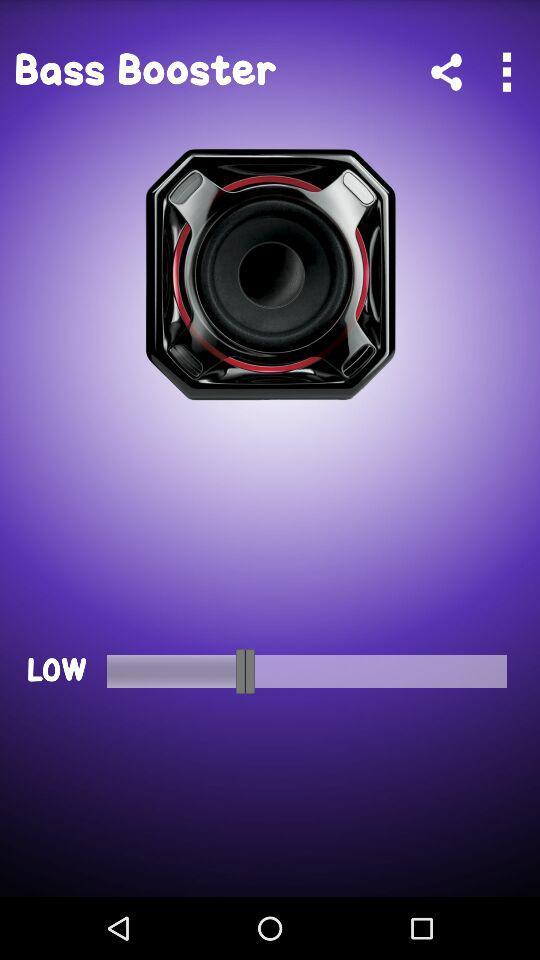 The image size is (540, 960). I want to click on the icon below bass booster app, so click(270, 274).